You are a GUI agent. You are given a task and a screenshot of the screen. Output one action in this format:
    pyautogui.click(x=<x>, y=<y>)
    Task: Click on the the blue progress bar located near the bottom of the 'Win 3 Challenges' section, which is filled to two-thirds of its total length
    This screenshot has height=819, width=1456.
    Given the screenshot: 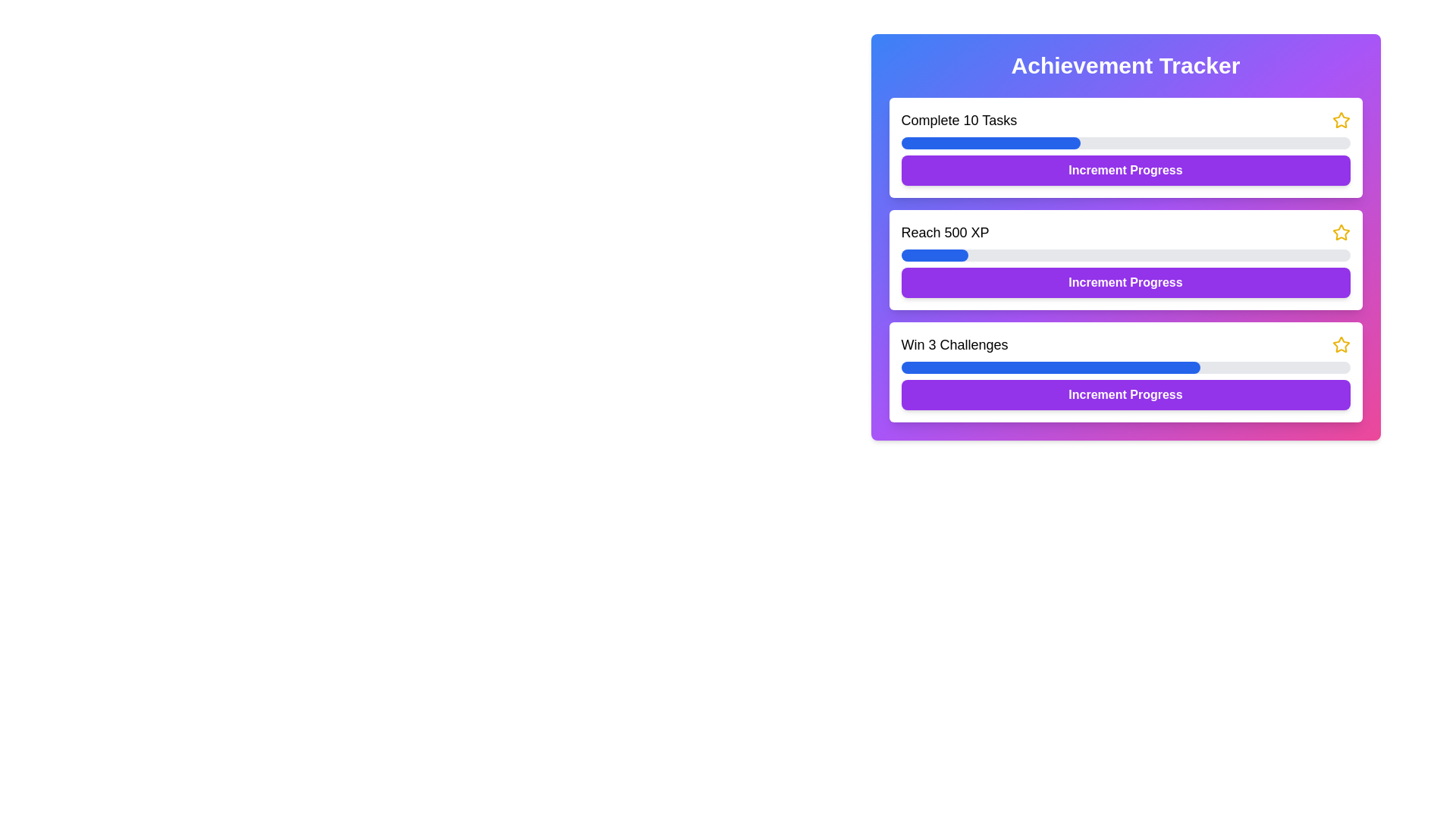 What is the action you would take?
    pyautogui.click(x=1050, y=368)
    